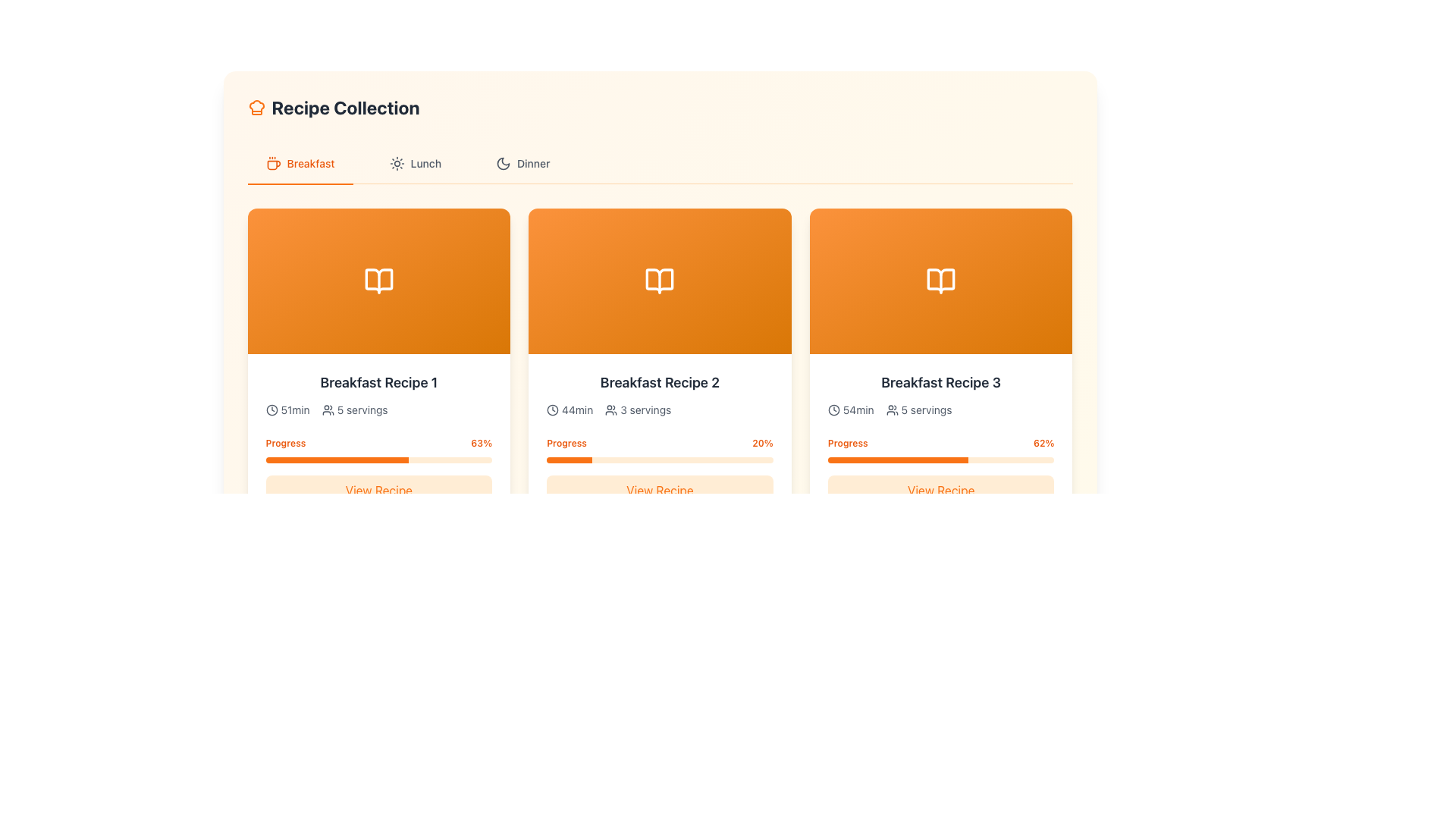  What do you see at coordinates (660, 409) in the screenshot?
I see `the static text display element that provides information about preparation time and serving size, located beneath the heading 'Breakfast Recipe 2' in the center card of the recipe cards` at bounding box center [660, 409].